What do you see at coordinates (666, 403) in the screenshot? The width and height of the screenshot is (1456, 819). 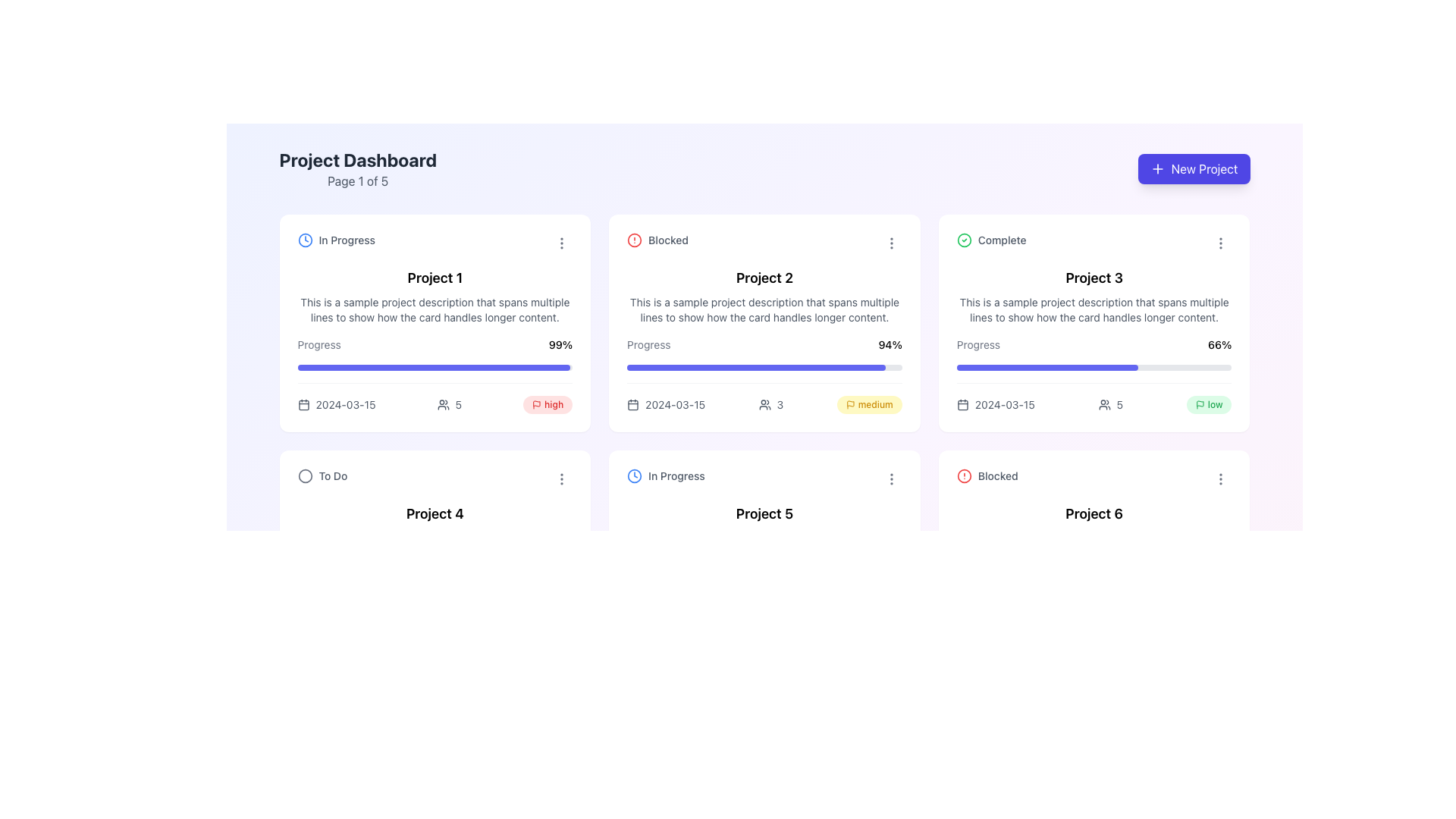 I see `the date '2024-03-15' displayed in the bottom-left section of the 'Project 2' card, which includes a calendar icon` at bounding box center [666, 403].